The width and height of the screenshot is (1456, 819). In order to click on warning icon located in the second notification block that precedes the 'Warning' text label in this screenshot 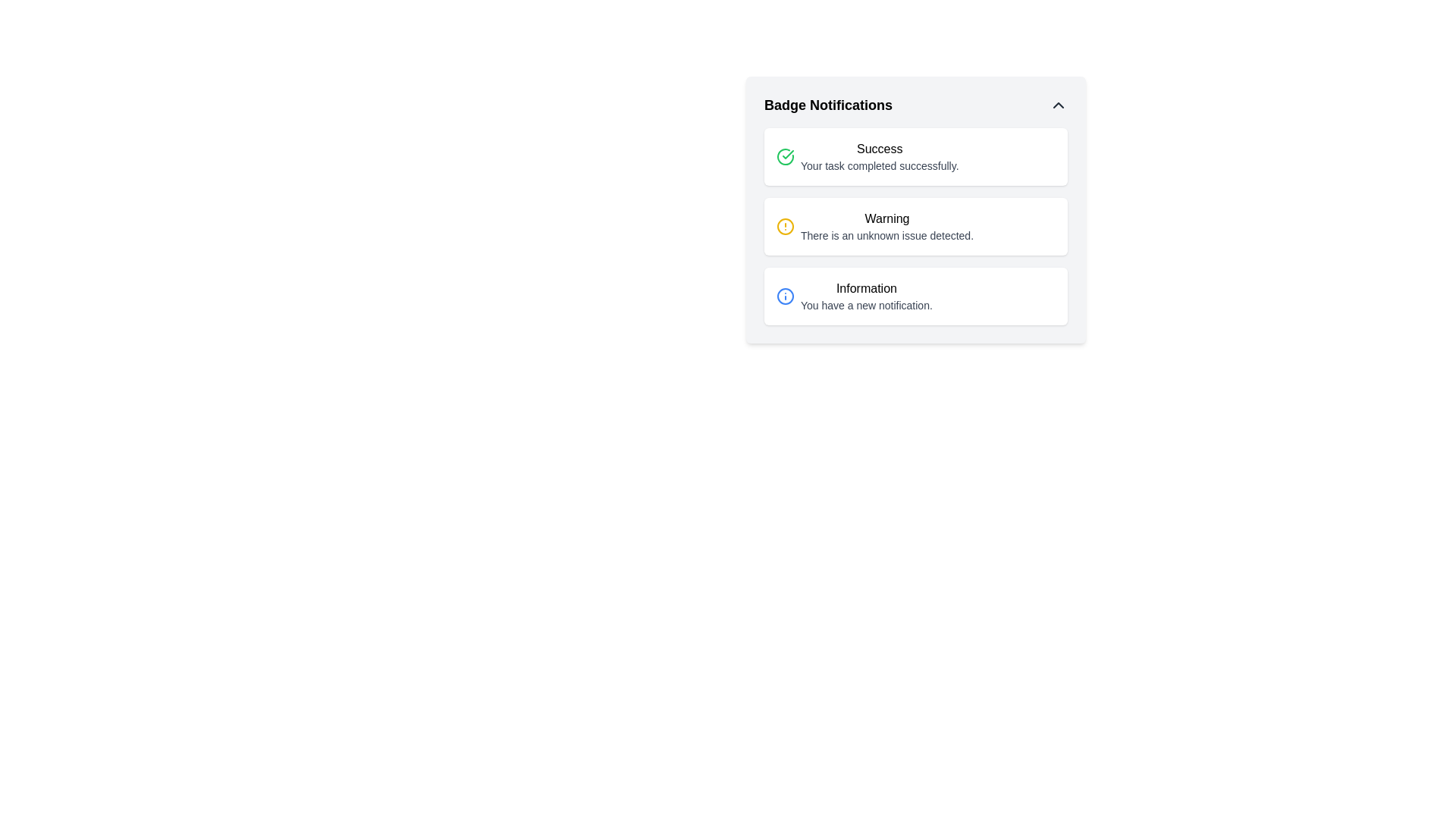, I will do `click(786, 227)`.